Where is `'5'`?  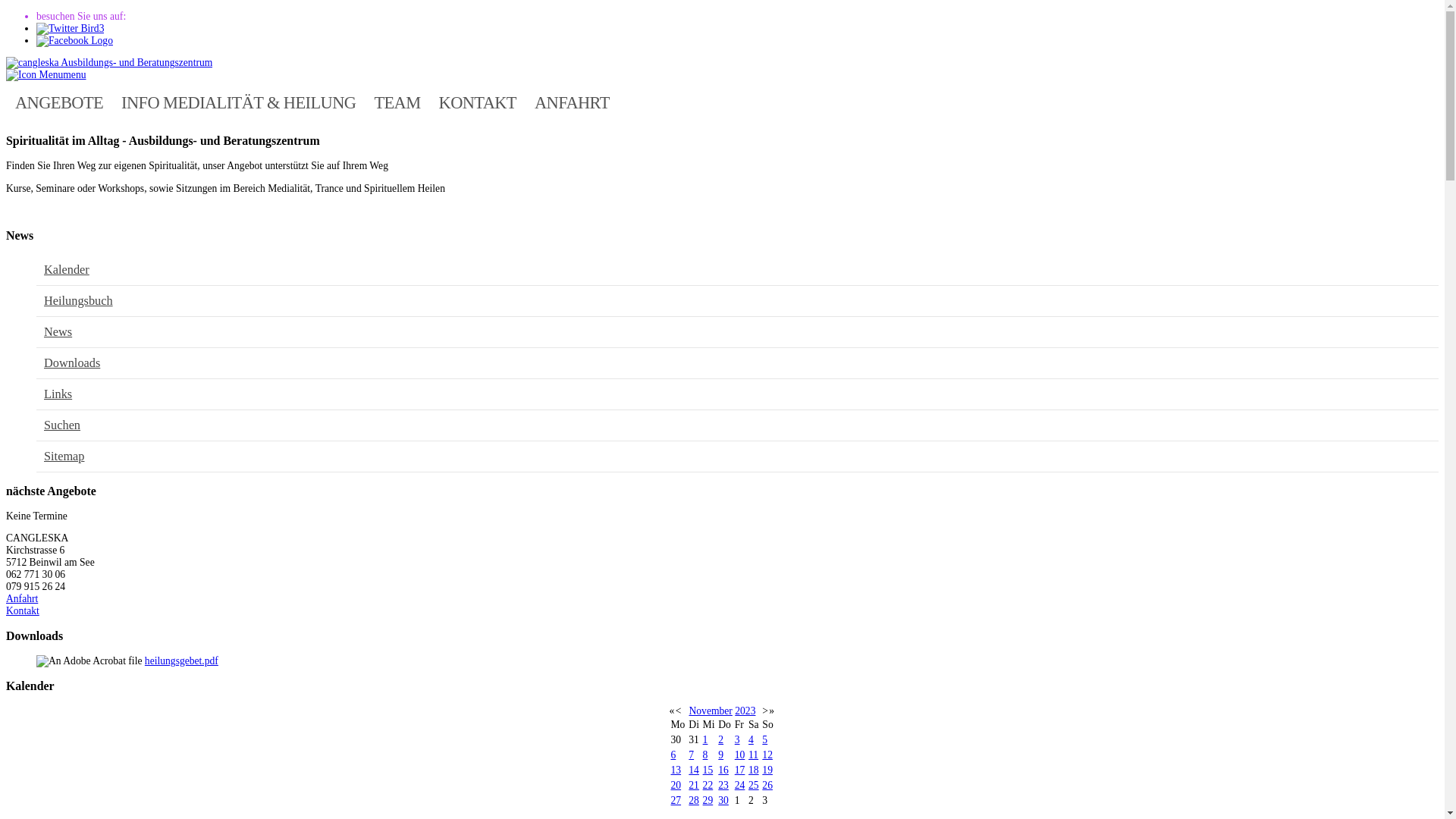
'5' is located at coordinates (764, 739).